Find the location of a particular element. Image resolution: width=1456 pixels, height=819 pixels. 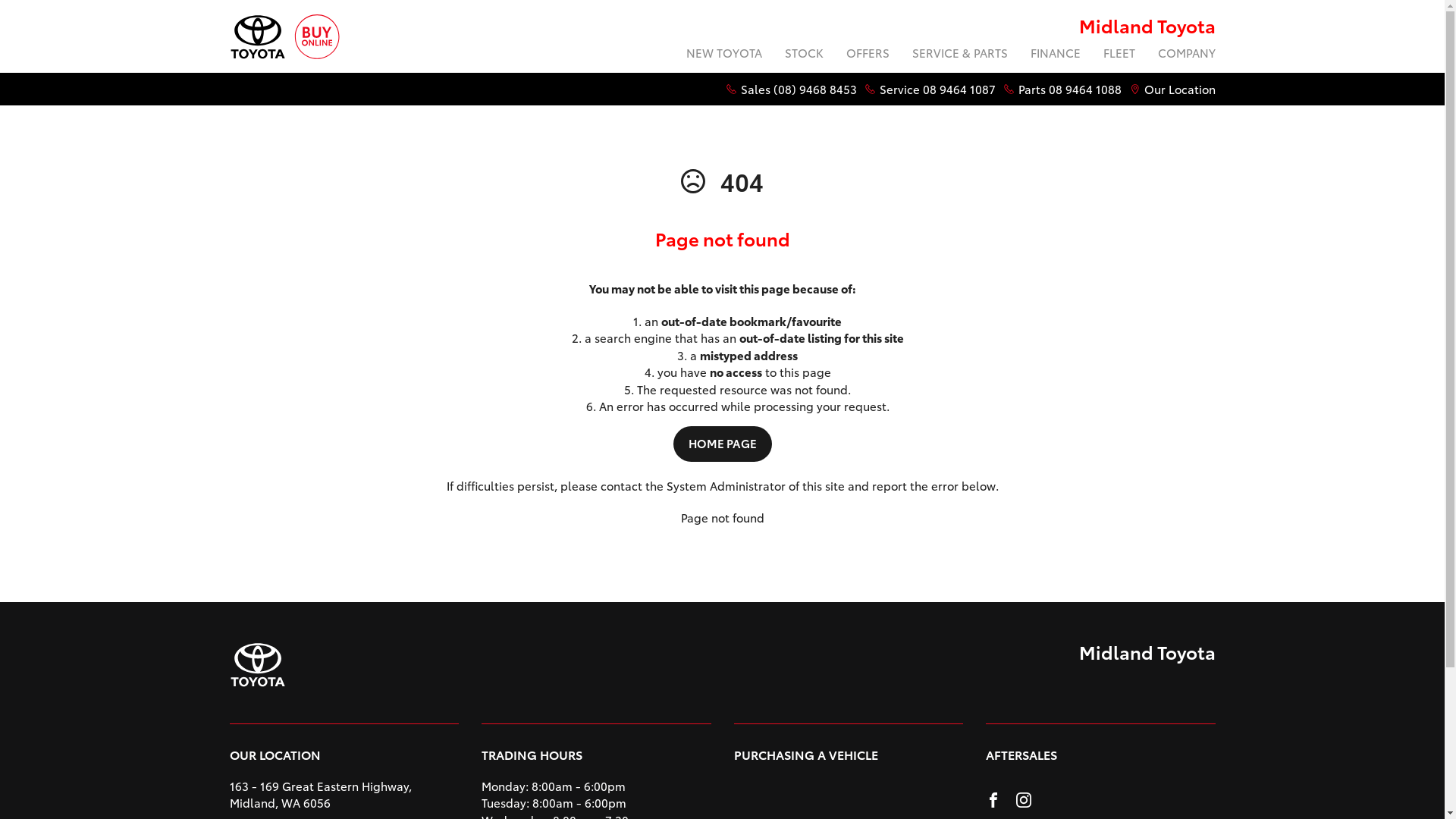

'OFFERS' is located at coordinates (867, 54).